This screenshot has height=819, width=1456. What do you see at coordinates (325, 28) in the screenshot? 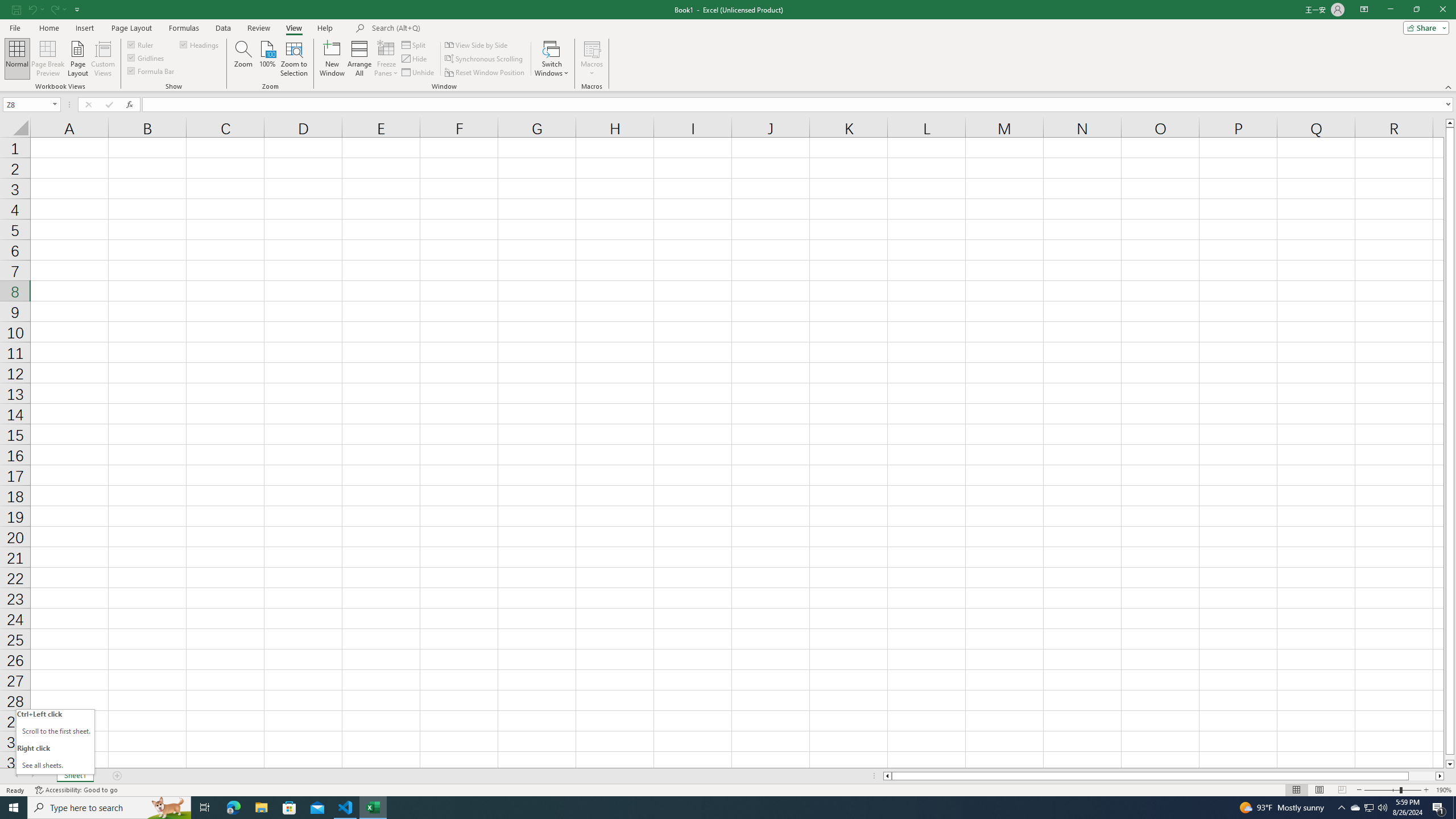
I see `'Help'` at bounding box center [325, 28].